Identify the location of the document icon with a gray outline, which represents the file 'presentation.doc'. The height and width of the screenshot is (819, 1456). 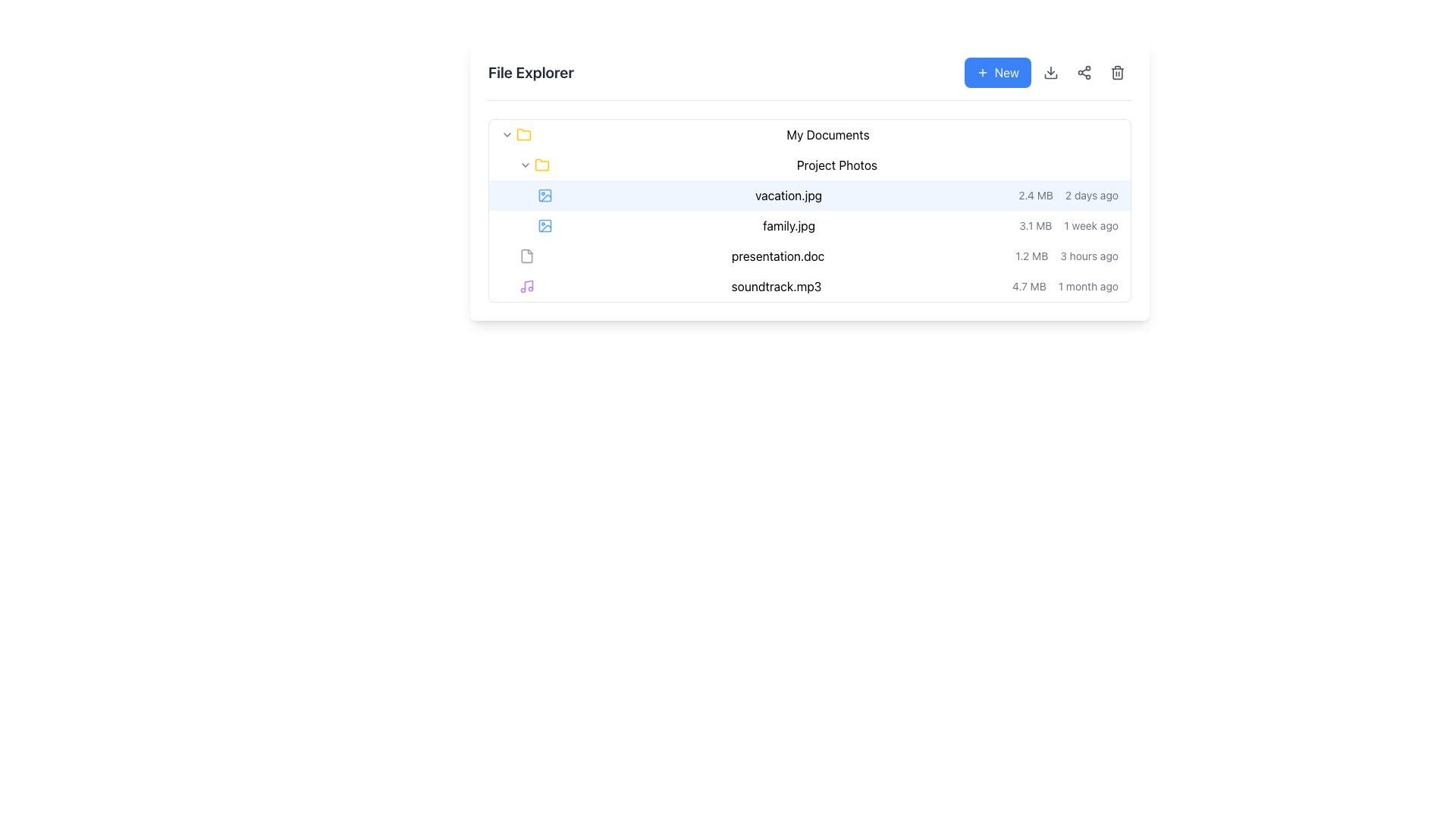
(527, 256).